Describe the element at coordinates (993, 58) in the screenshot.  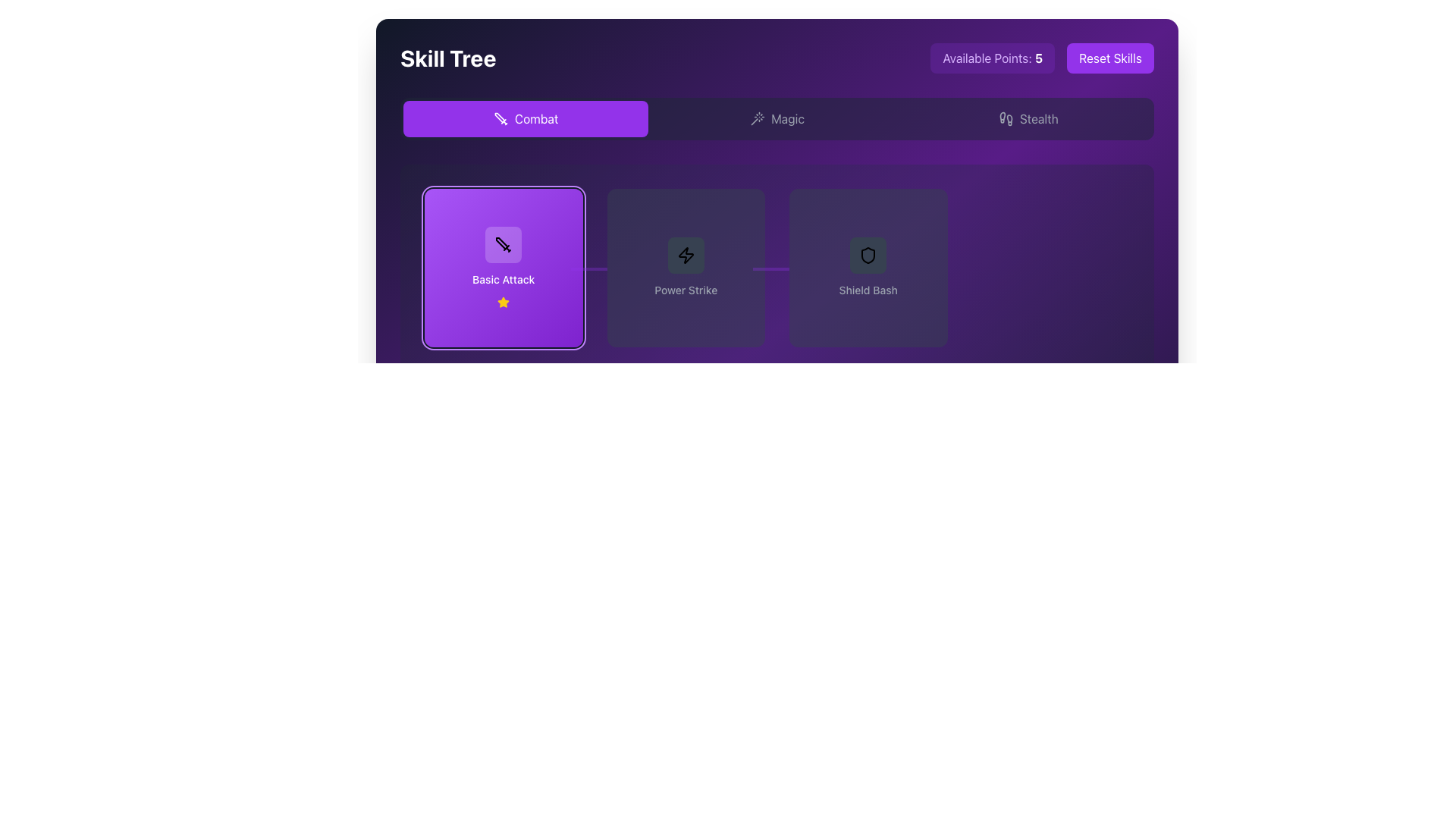
I see `the informational text box displaying 'Available Points: 5', which has a light purple background and rounded corners, located in the top-right corner of the interface` at that location.